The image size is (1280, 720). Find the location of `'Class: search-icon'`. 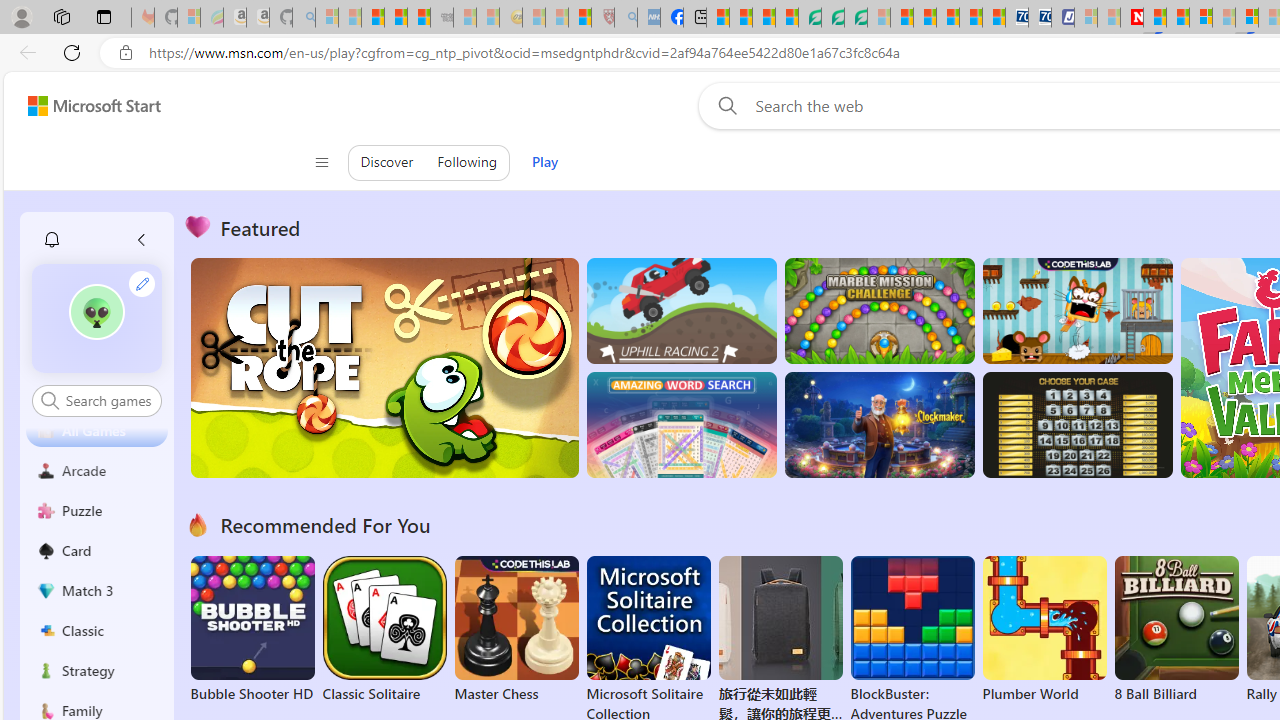

'Class: search-icon' is located at coordinates (50, 400).